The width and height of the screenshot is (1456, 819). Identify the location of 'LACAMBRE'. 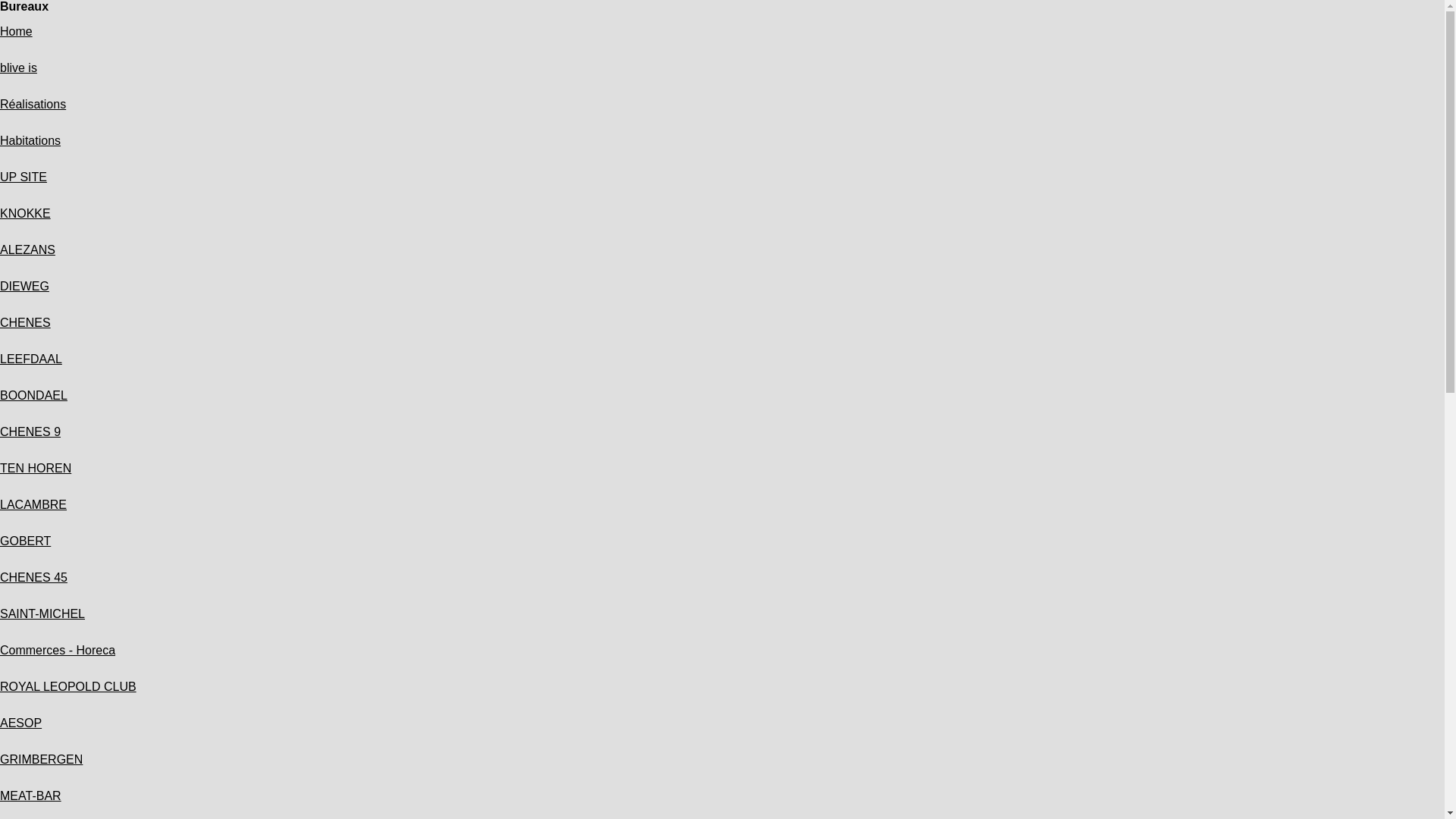
(0, 504).